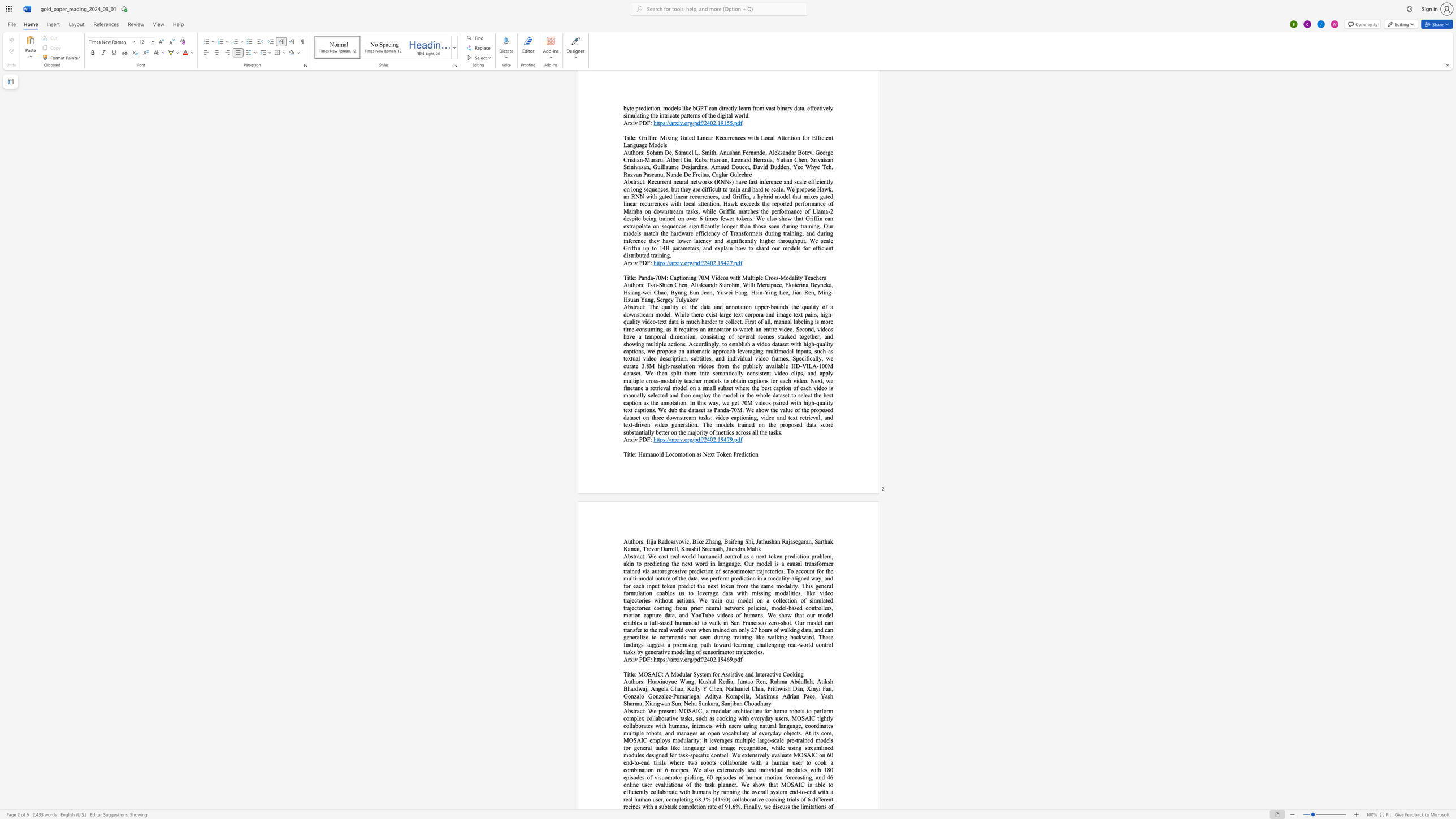 The image size is (1456, 819). What do you see at coordinates (631, 659) in the screenshot?
I see `the 1th character "x" in the text` at bounding box center [631, 659].